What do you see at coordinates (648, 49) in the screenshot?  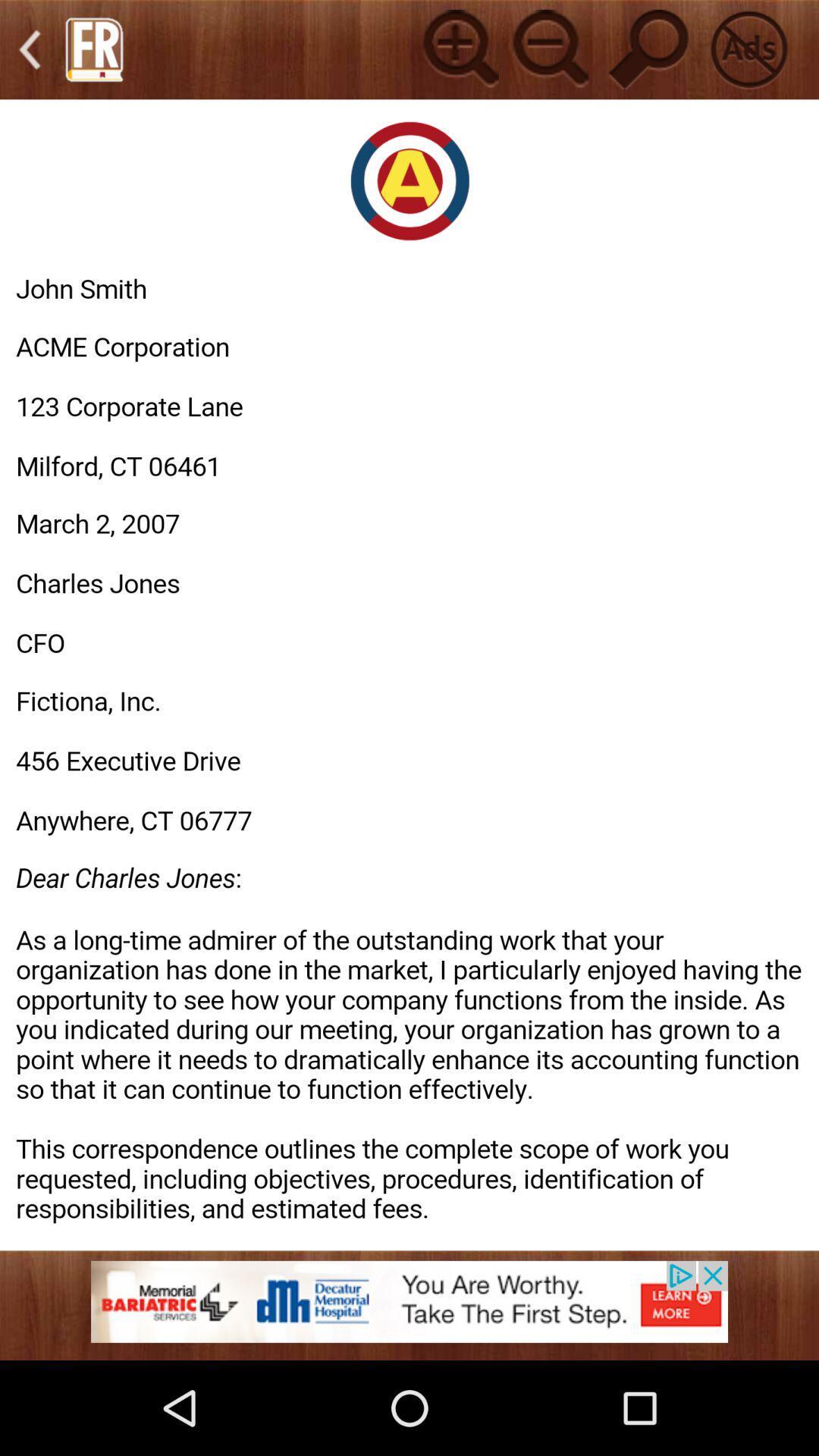 I see `switch to search` at bounding box center [648, 49].